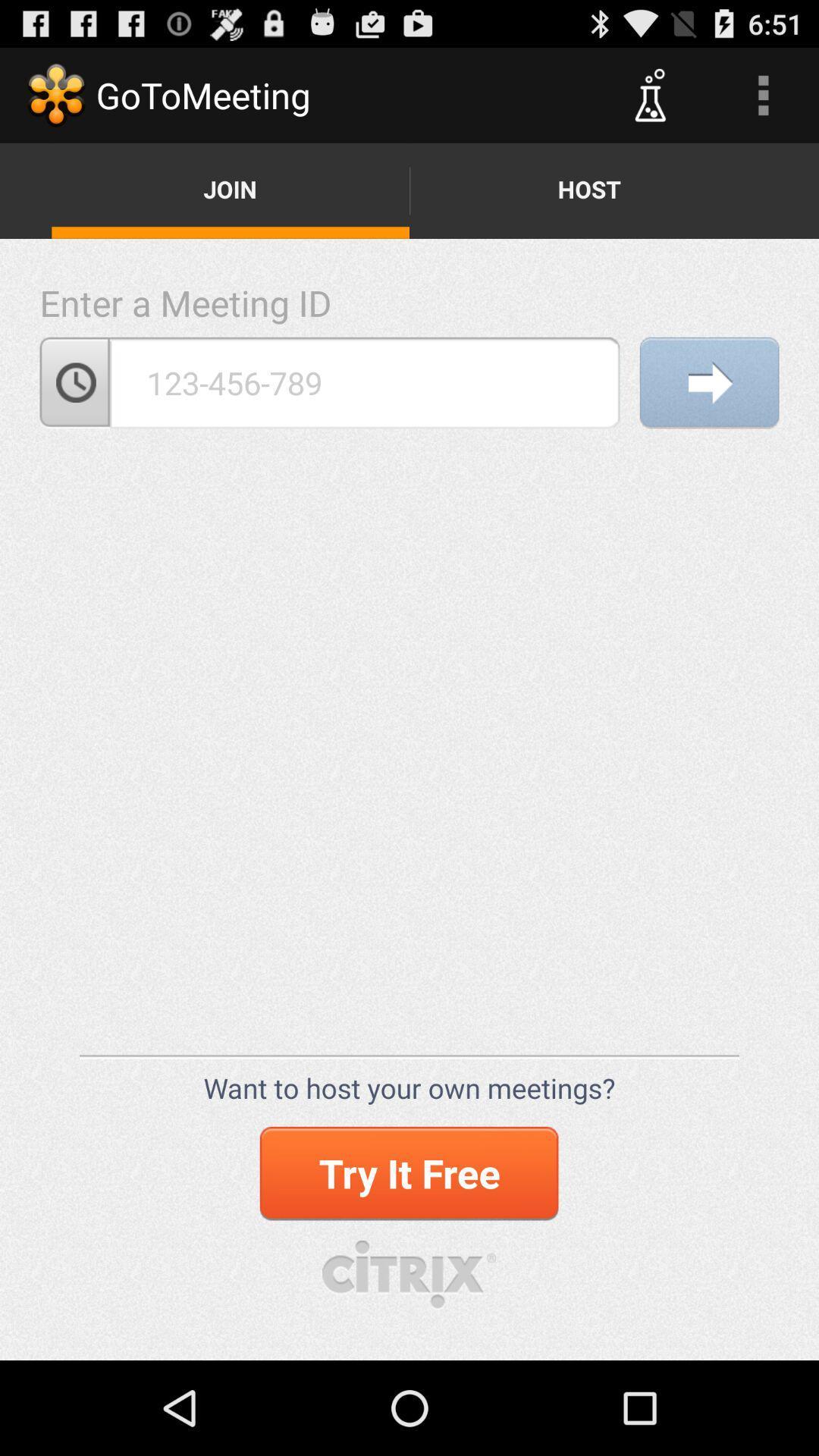 This screenshot has width=819, height=1456. What do you see at coordinates (709, 409) in the screenshot?
I see `the arrow_forward icon` at bounding box center [709, 409].